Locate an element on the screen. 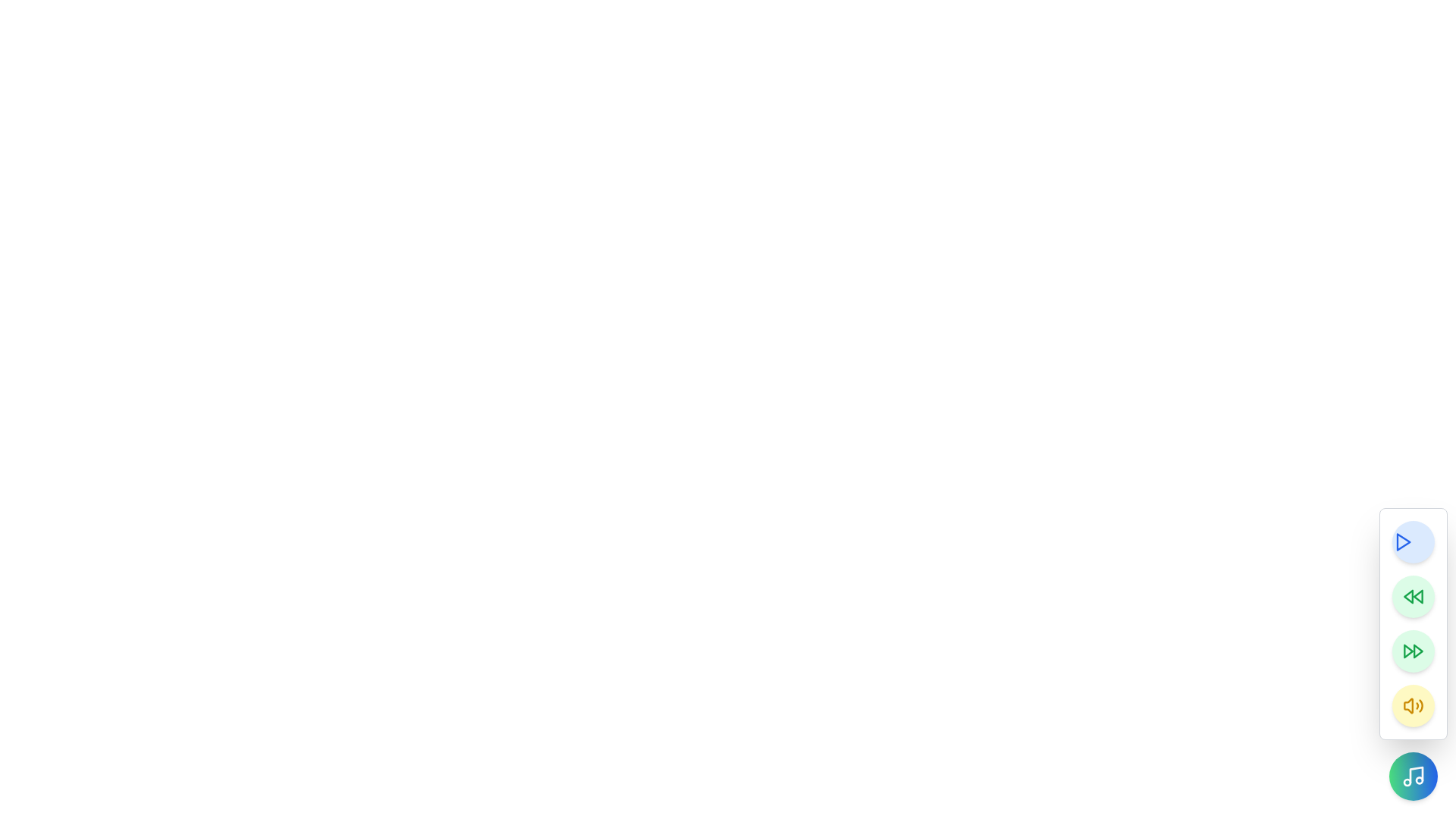 The width and height of the screenshot is (1456, 819). the rewind icon, which is a double-triangle shaped icon filled with a green hue, located centrally within a green circular button on the right-hand sidebar is located at coordinates (1412, 595).